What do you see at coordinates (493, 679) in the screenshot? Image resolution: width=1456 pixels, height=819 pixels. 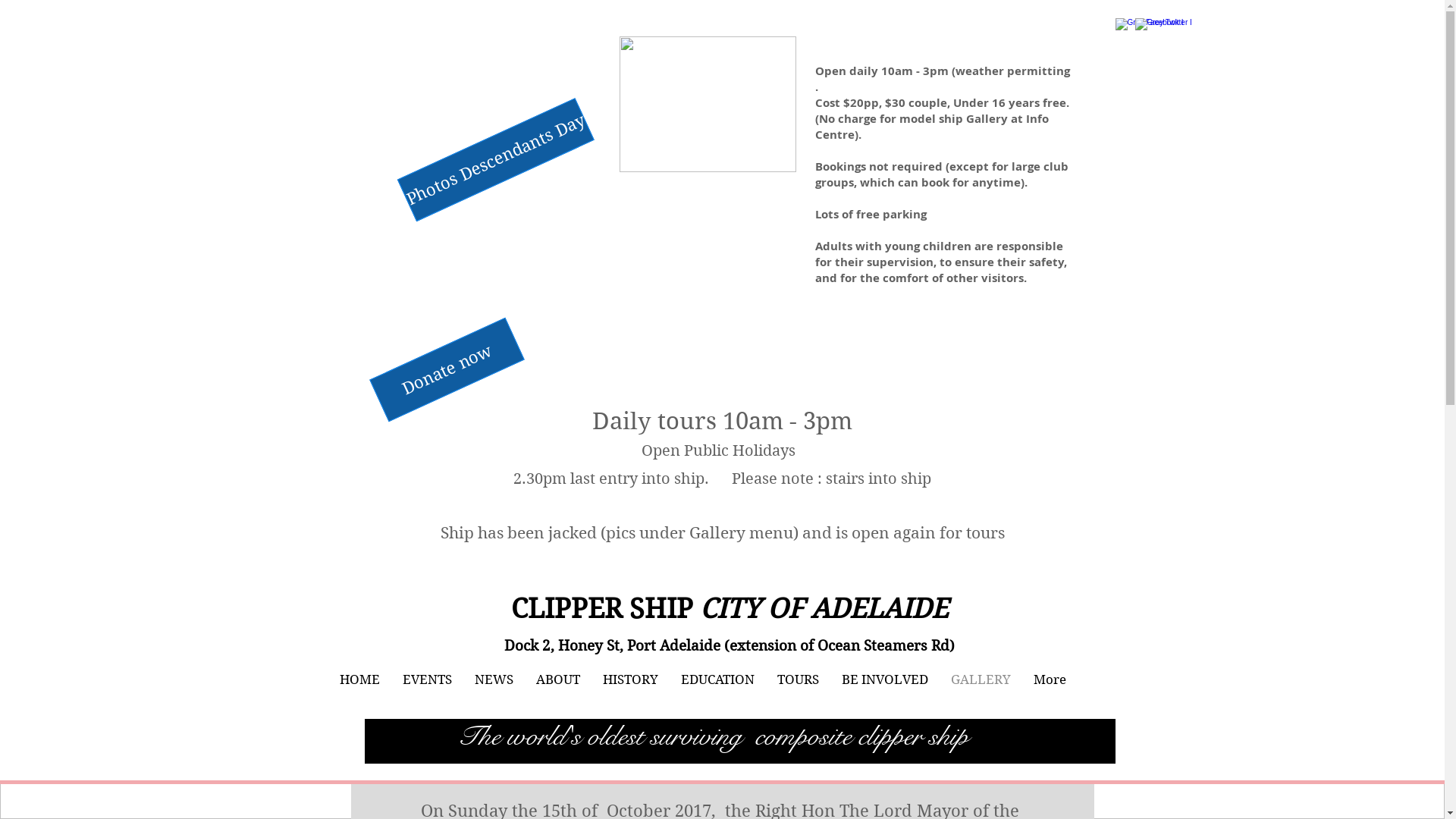 I see `'NEWS'` at bounding box center [493, 679].